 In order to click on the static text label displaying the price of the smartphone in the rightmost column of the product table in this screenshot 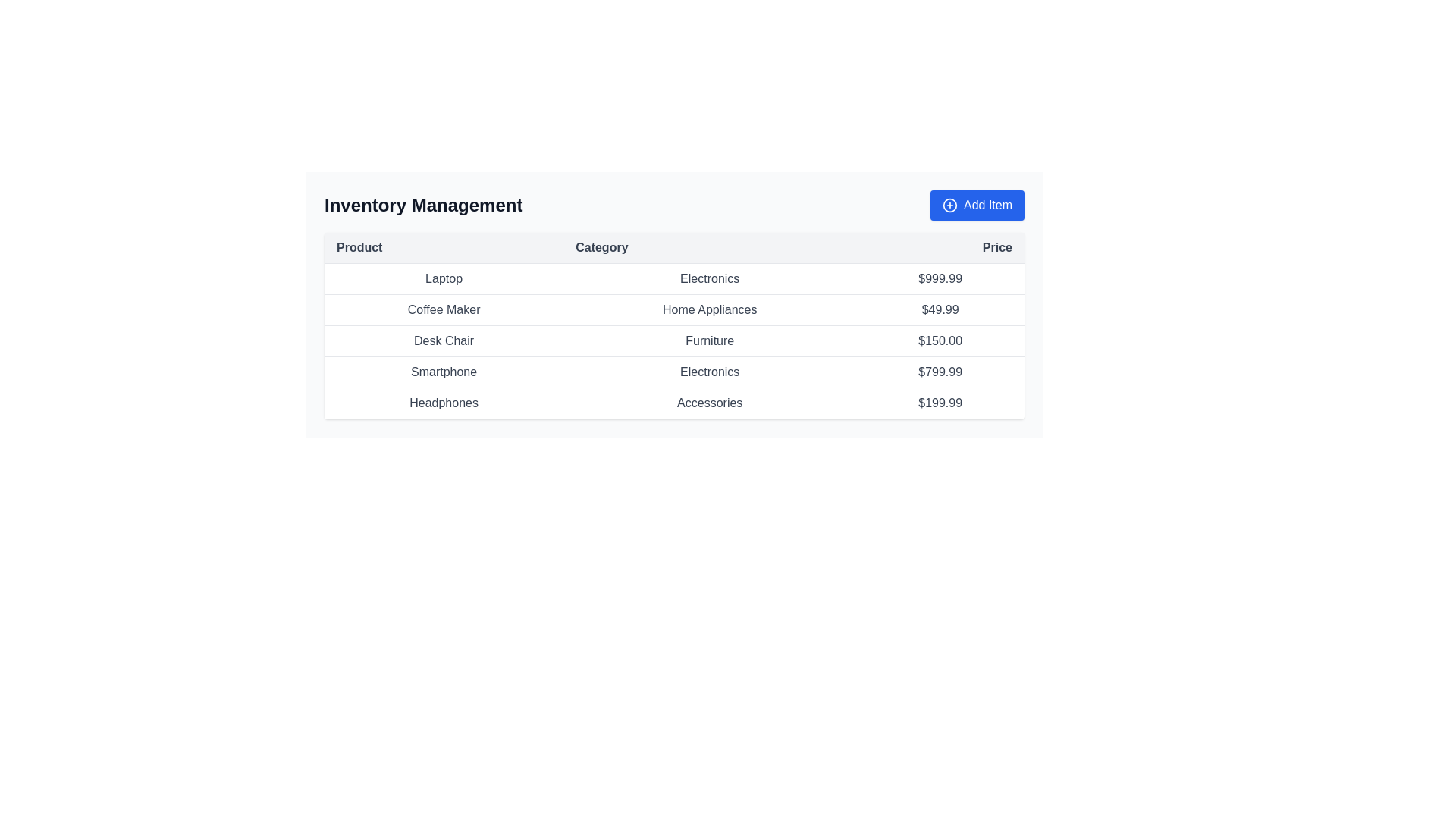, I will do `click(940, 372)`.